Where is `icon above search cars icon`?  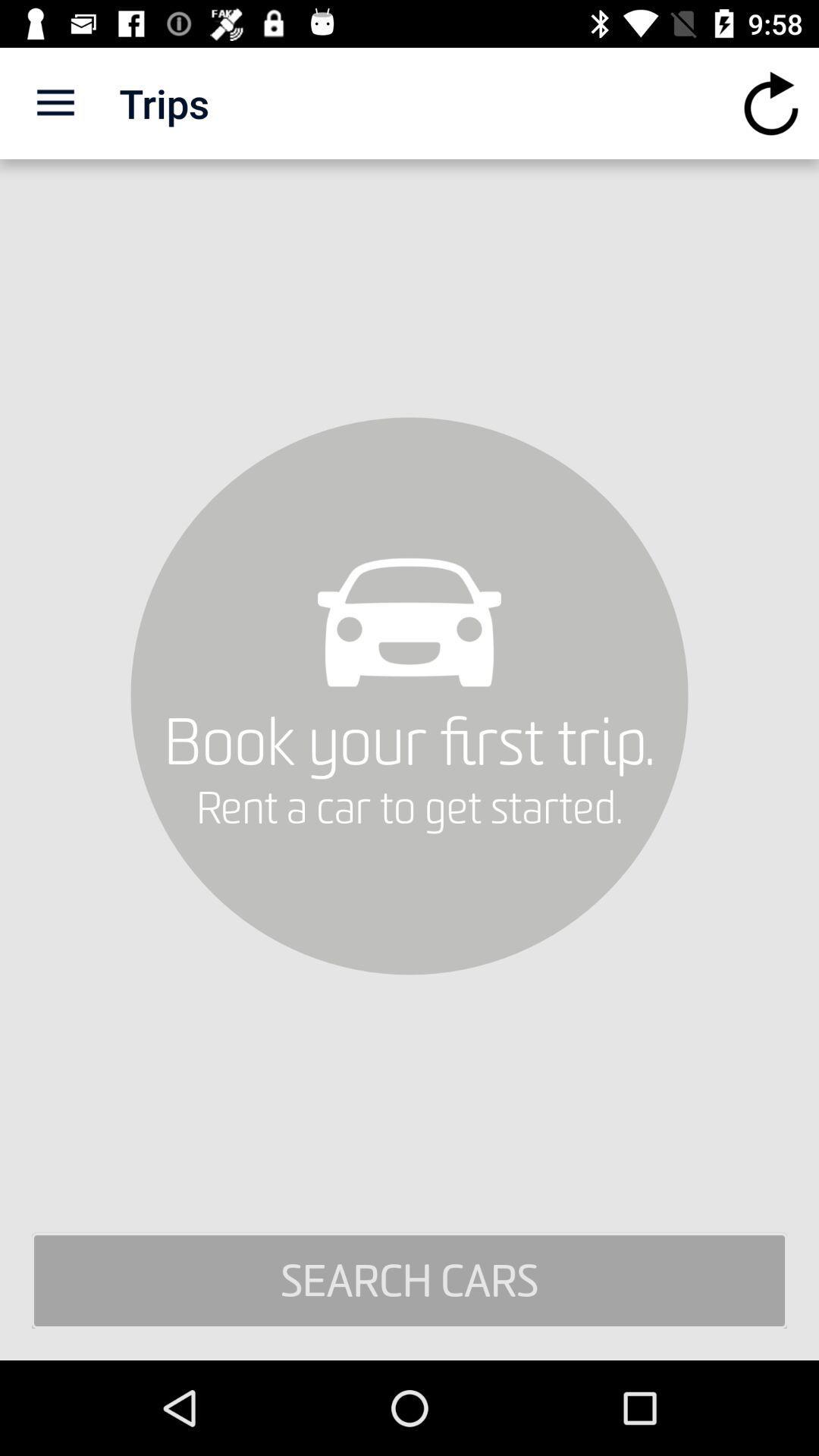
icon above search cars icon is located at coordinates (55, 102).